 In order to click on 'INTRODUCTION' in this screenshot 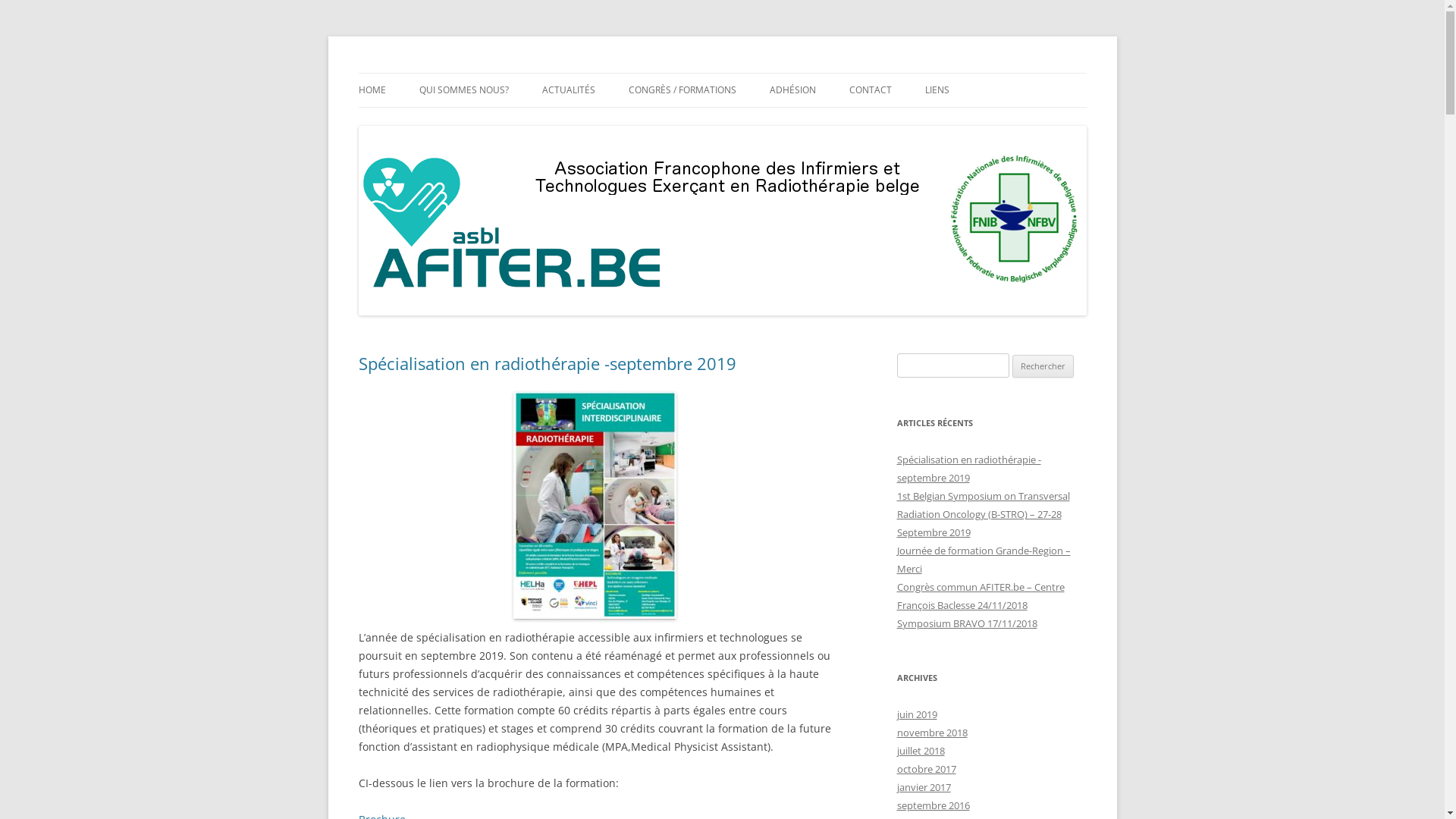, I will do `click(419, 121)`.